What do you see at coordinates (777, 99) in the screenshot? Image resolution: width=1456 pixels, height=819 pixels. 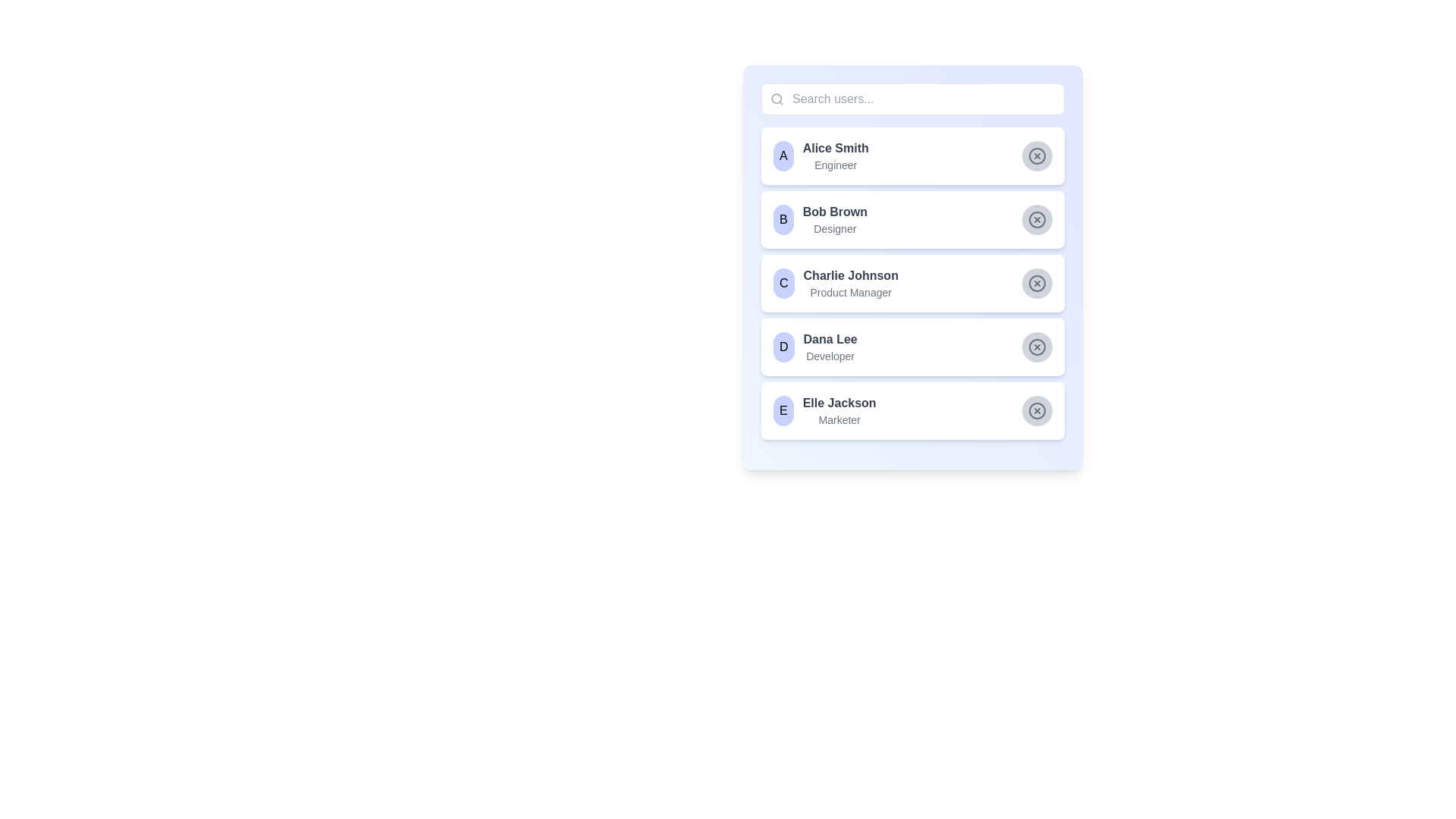 I see `the search icon located at the left-most edge inside the search input field, indicating the search functionality` at bounding box center [777, 99].